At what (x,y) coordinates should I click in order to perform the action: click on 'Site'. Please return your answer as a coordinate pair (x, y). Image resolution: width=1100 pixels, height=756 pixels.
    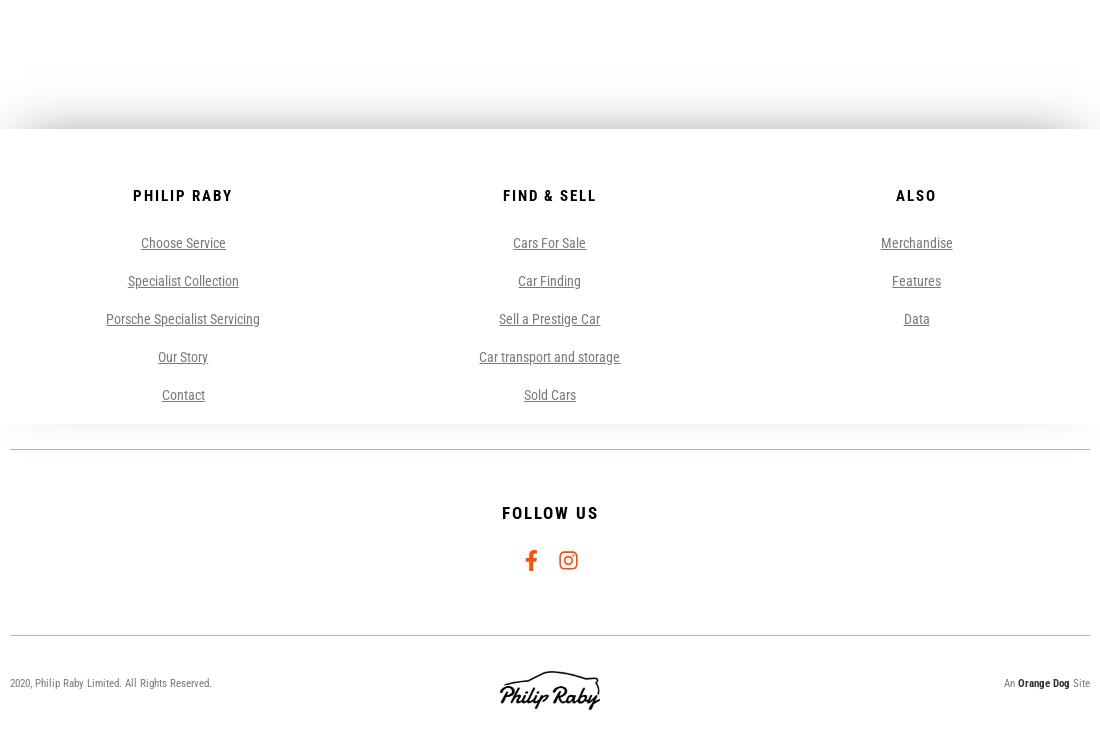
    Looking at the image, I should click on (1078, 682).